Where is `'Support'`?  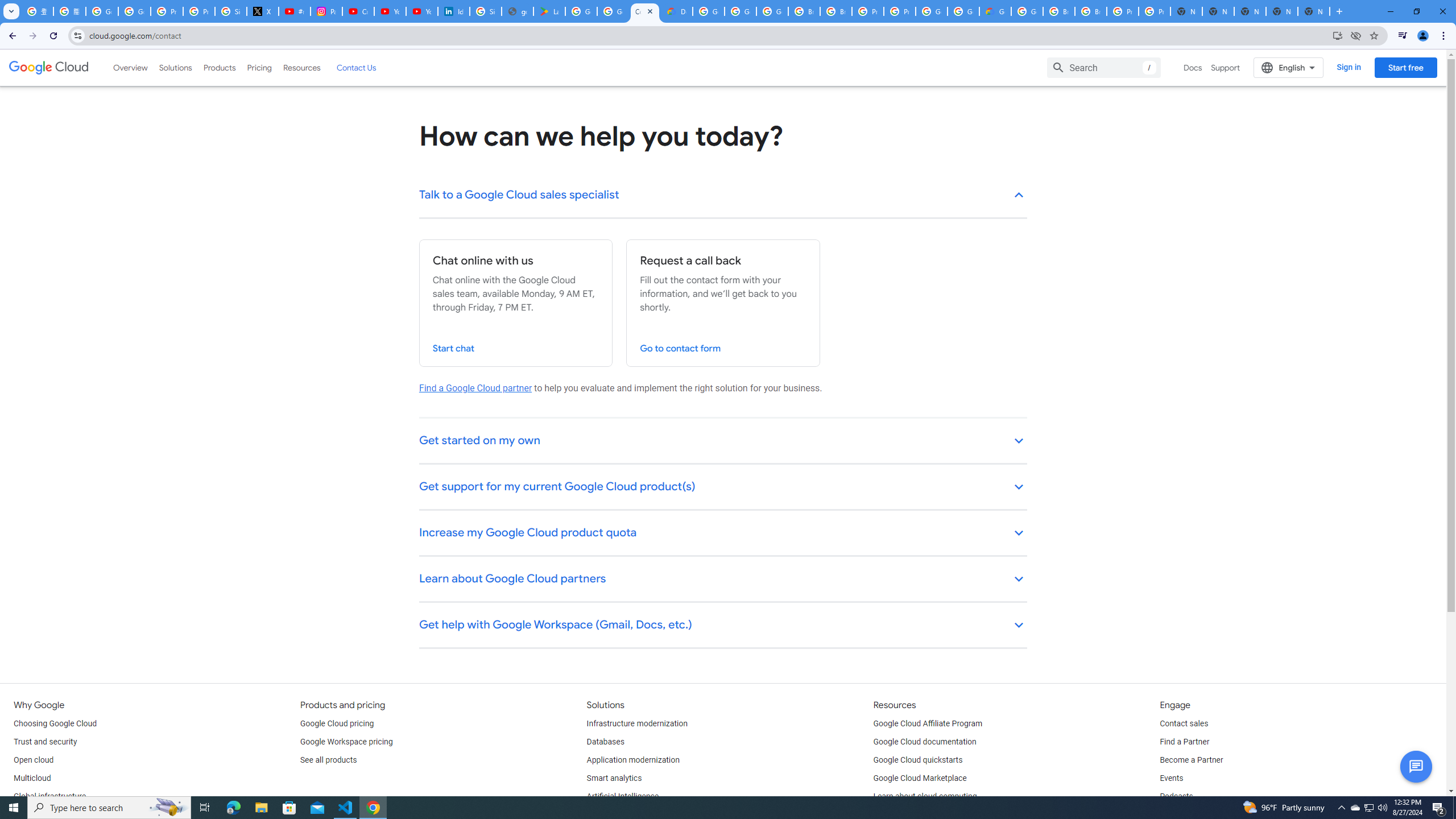
'Support' is located at coordinates (1226, 67).